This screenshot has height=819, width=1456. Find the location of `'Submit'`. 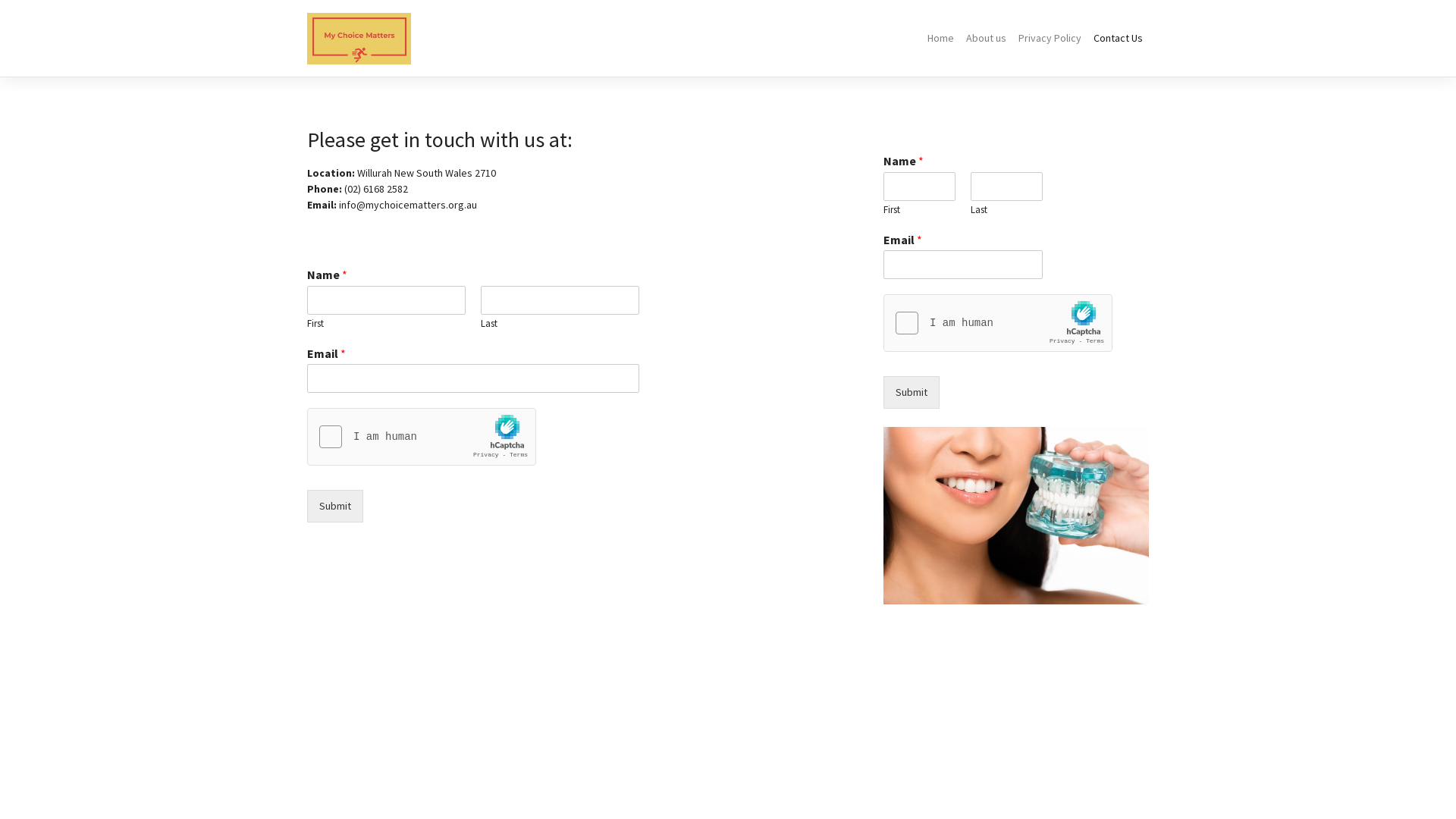

'Submit' is located at coordinates (910, 391).